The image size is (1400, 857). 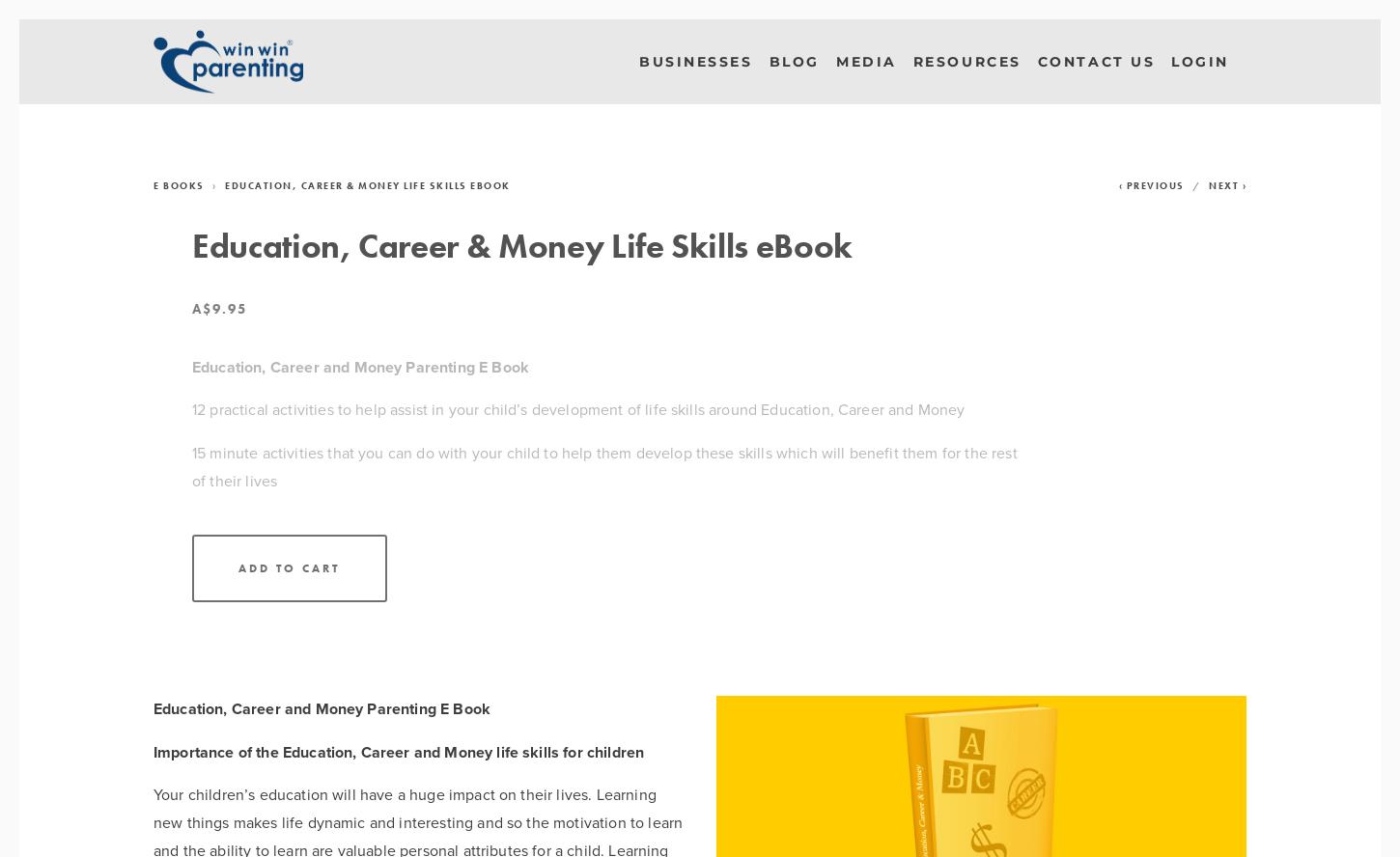 What do you see at coordinates (1095, 59) in the screenshot?
I see `'Contact Us'` at bounding box center [1095, 59].